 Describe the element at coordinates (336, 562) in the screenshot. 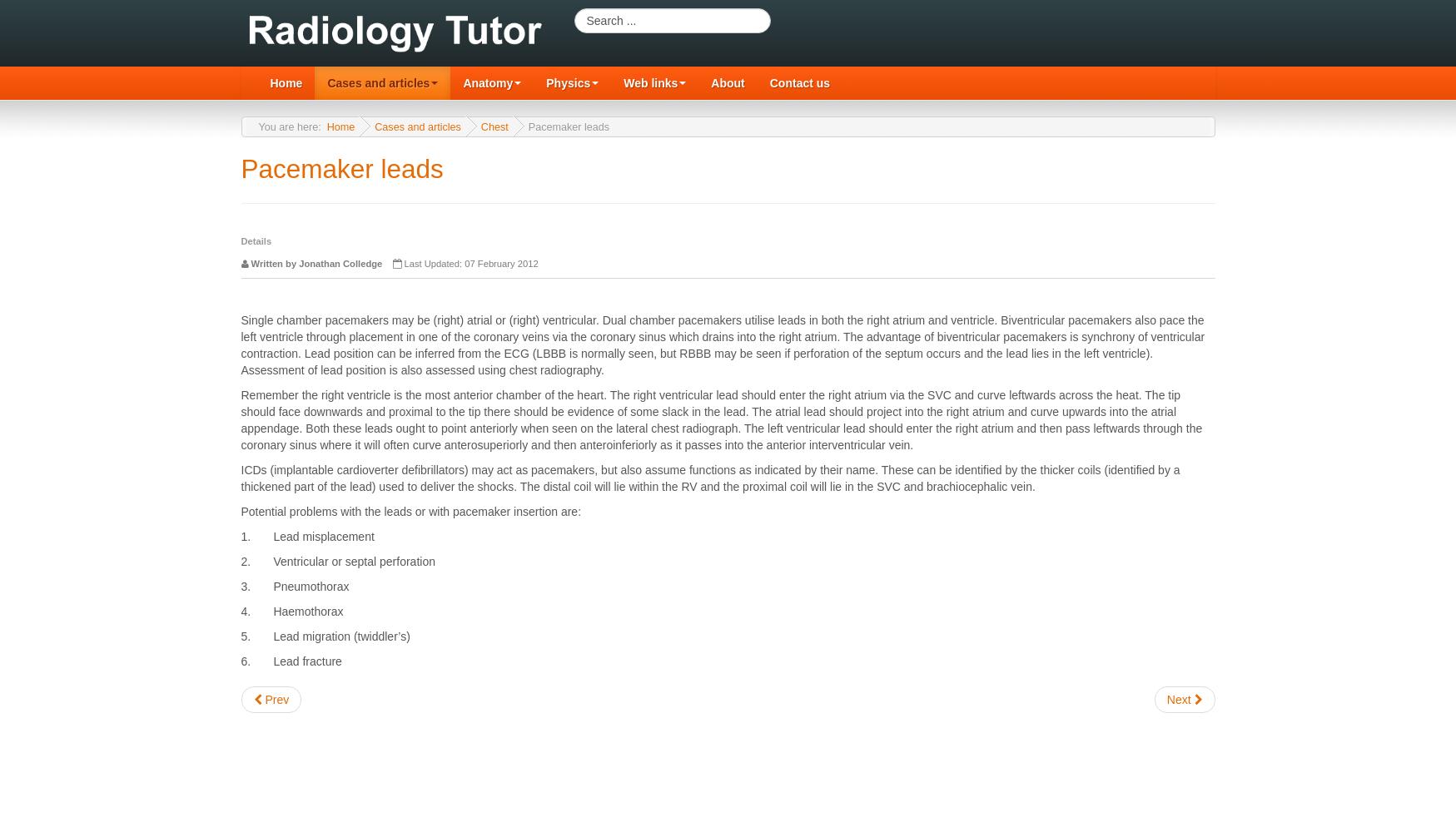

I see `'2.       Ventricular or septal perforation'` at that location.